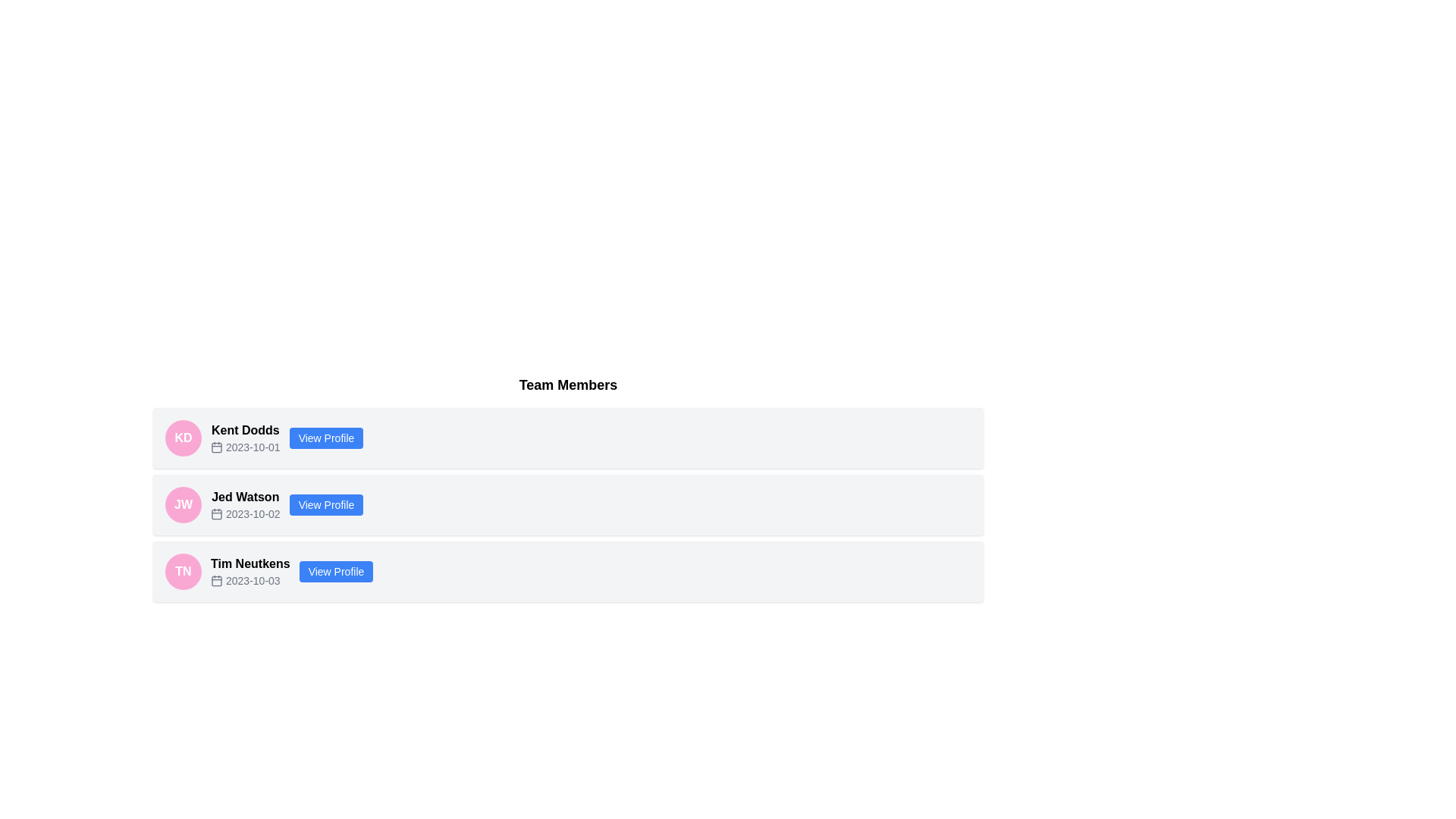 This screenshot has height=819, width=1456. I want to click on the small calendar icon located to the left of the date '2023-10-02' in the second row of the member list, so click(216, 513).